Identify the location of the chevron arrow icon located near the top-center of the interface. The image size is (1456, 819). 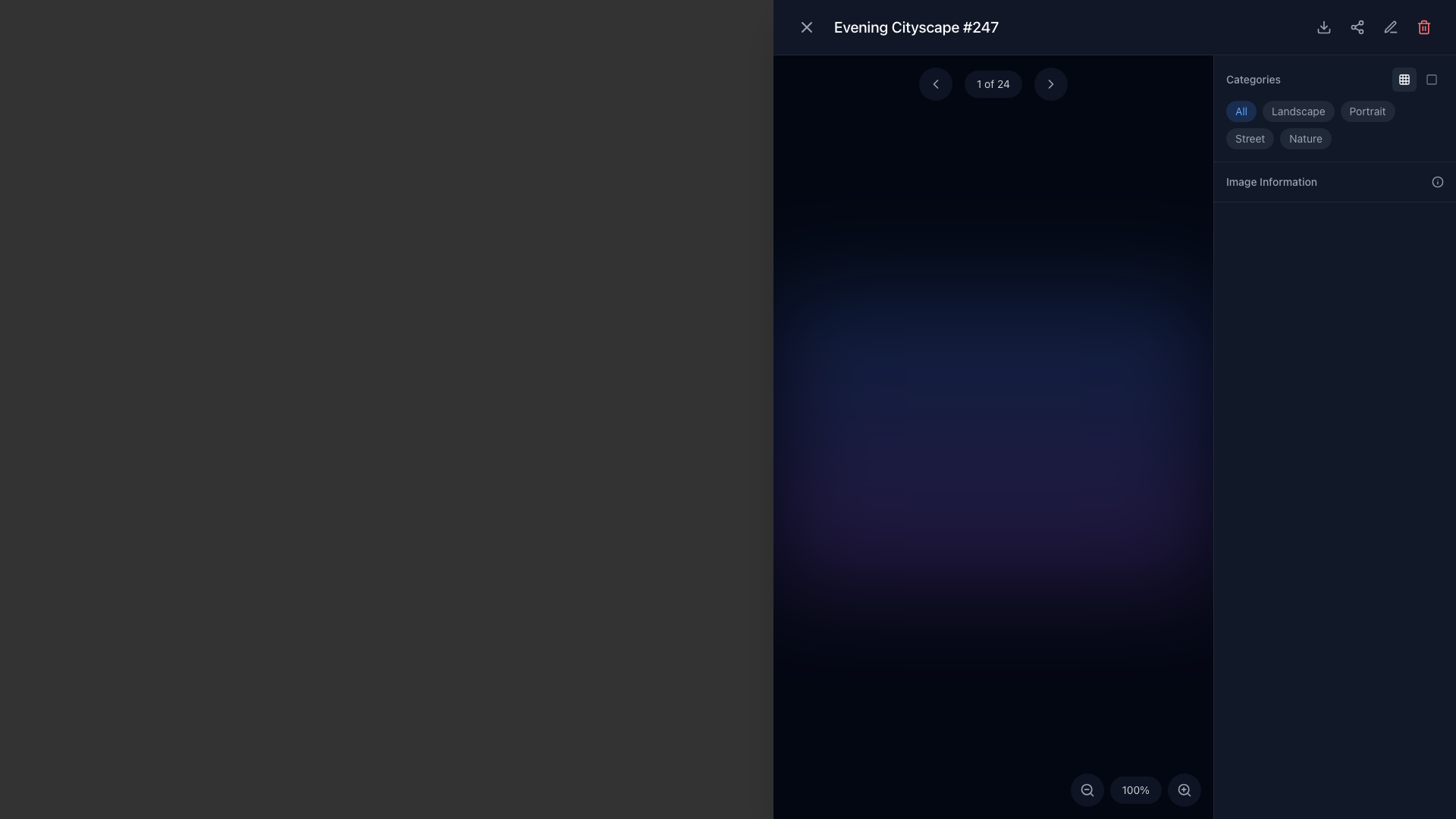
(1050, 84).